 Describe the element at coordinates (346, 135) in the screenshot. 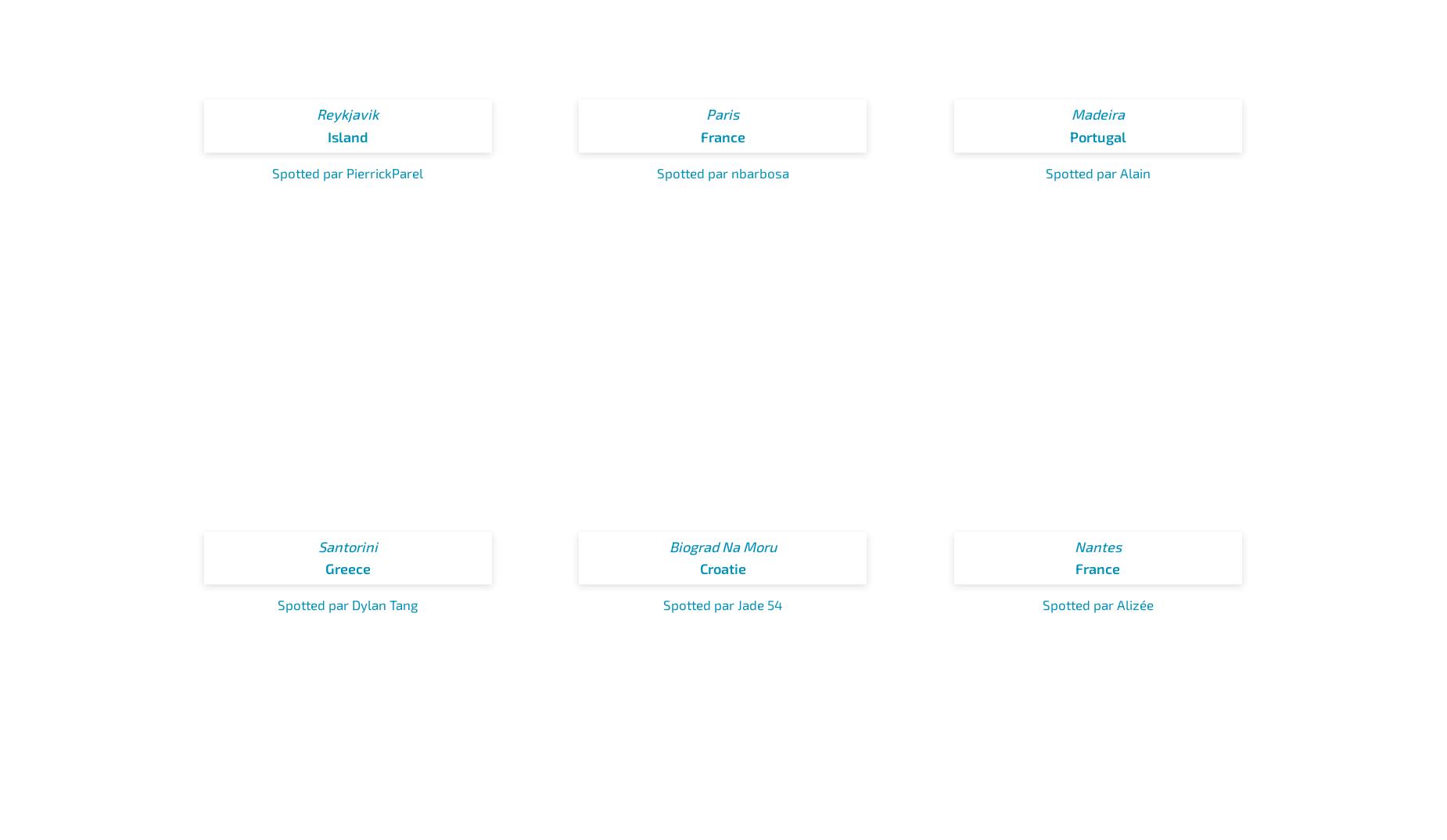

I see `'Island'` at that location.